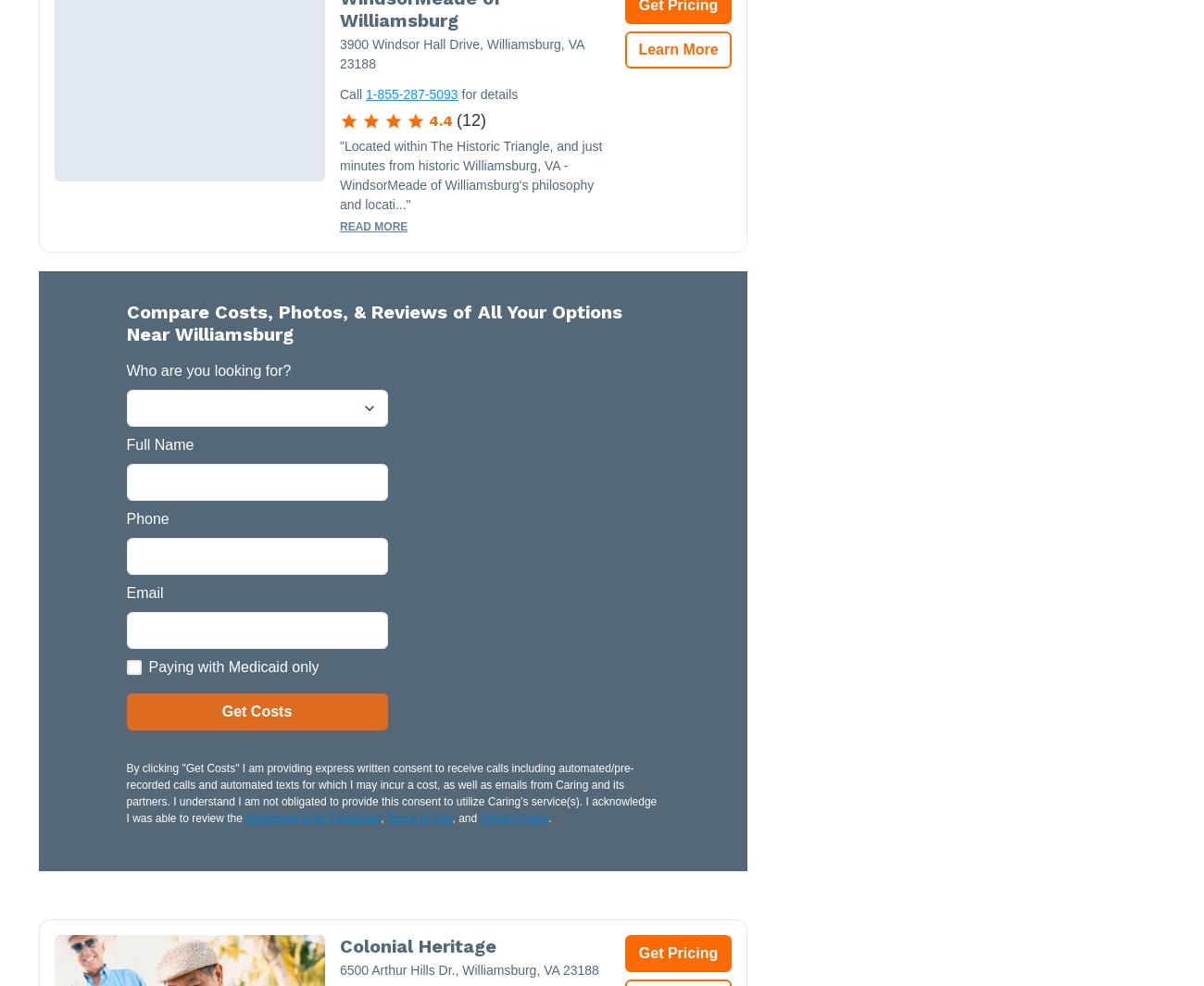  What do you see at coordinates (461, 119) in the screenshot?
I see `'12'` at bounding box center [461, 119].